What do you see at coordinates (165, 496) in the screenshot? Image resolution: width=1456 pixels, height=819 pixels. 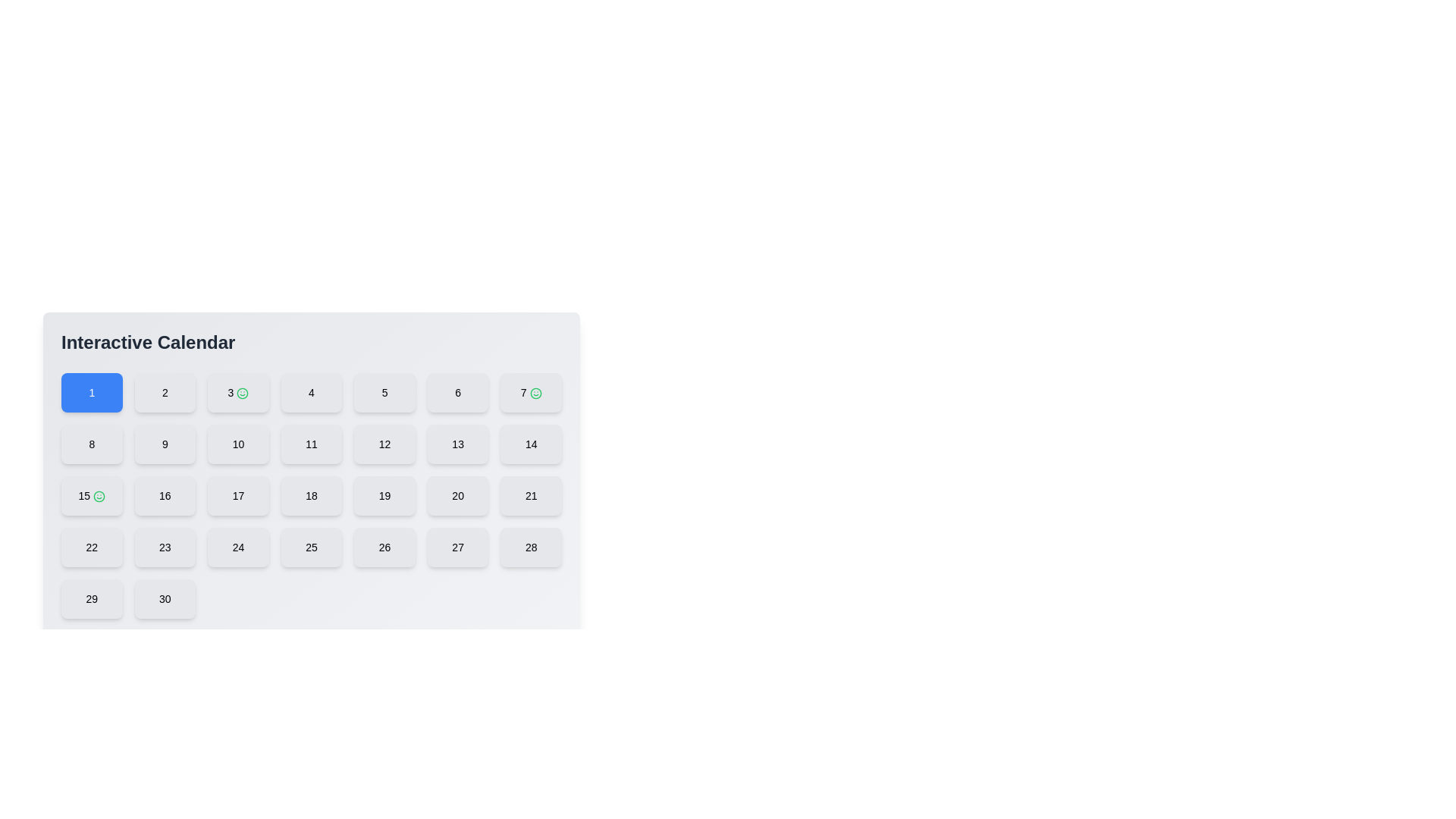 I see `the button representing the calendar date 16th, located` at bounding box center [165, 496].